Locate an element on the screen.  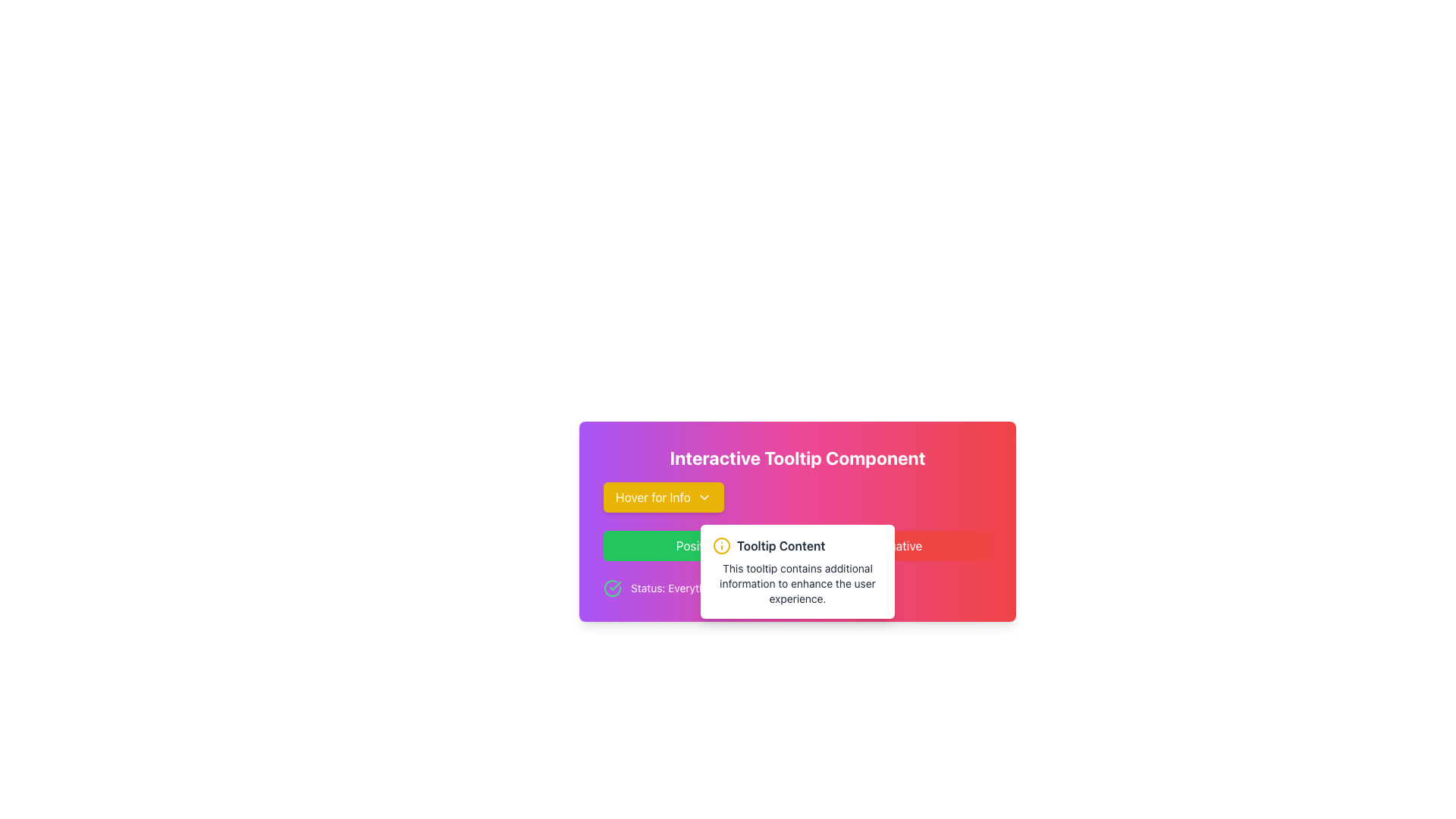
the 'Tooltip Content' text label in the tooltip box for better readability is located at coordinates (796, 546).